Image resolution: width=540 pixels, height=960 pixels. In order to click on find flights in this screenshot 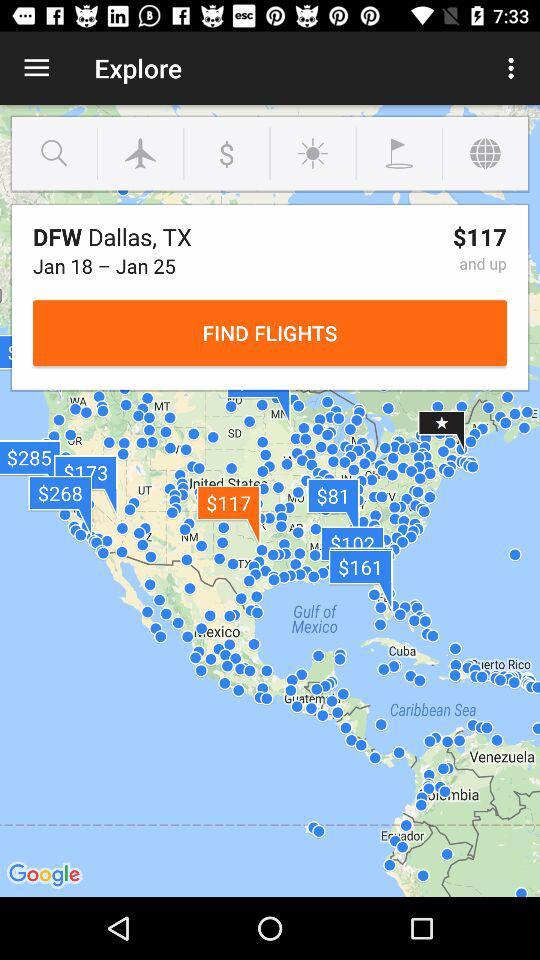, I will do `click(270, 333)`.